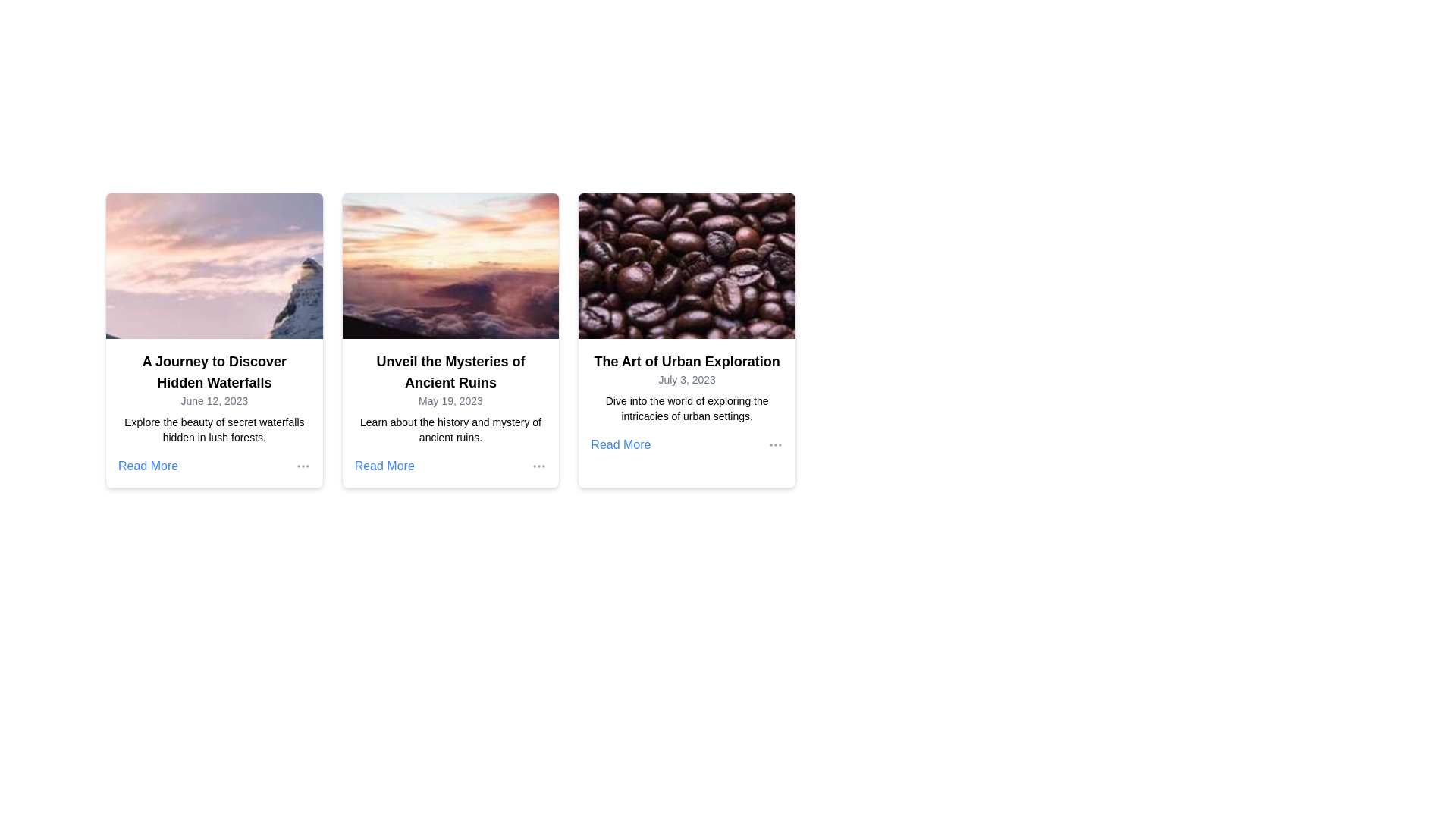 The height and width of the screenshot is (819, 1456). Describe the element at coordinates (213, 372) in the screenshot. I see `the title text element 'A Journey to Discover Hidden Waterfalls', which is a bold, large-font header located at the top of the first card in a row of cards` at that location.